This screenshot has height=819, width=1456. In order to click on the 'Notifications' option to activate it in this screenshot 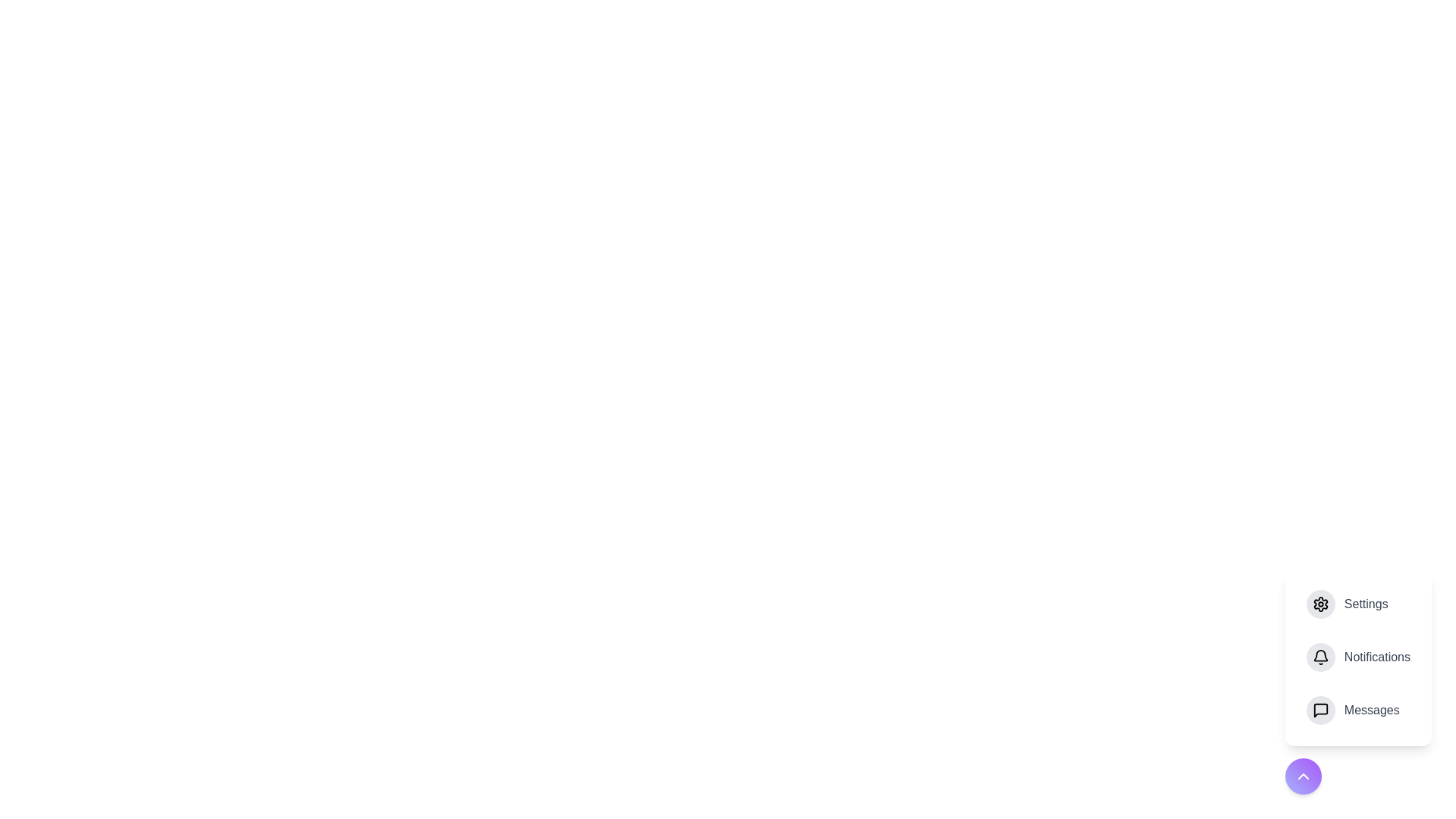, I will do `click(1357, 657)`.